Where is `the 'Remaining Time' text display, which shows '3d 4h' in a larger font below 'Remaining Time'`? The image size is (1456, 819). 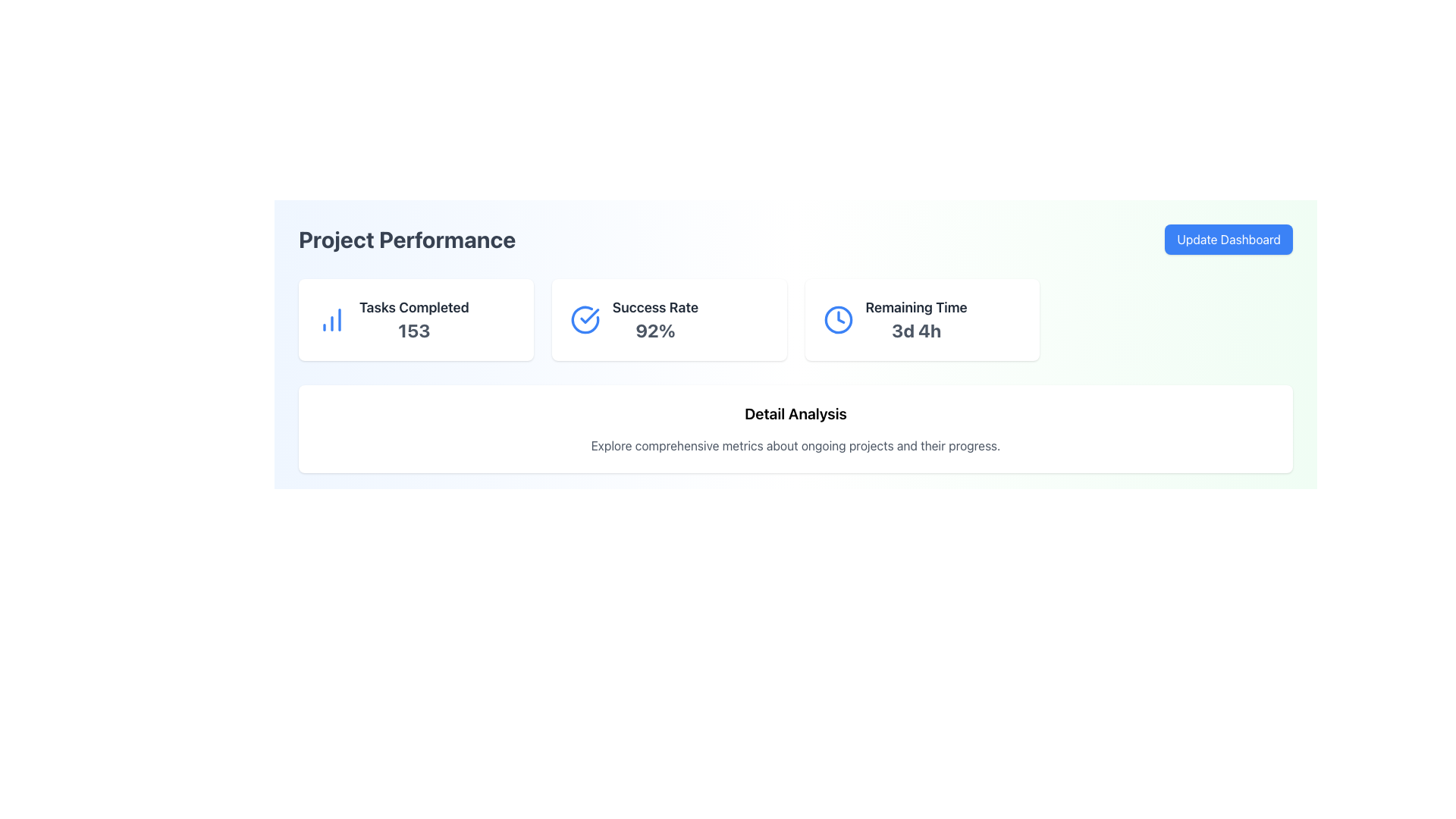
the 'Remaining Time' text display, which shows '3d 4h' in a larger font below 'Remaining Time' is located at coordinates (915, 318).